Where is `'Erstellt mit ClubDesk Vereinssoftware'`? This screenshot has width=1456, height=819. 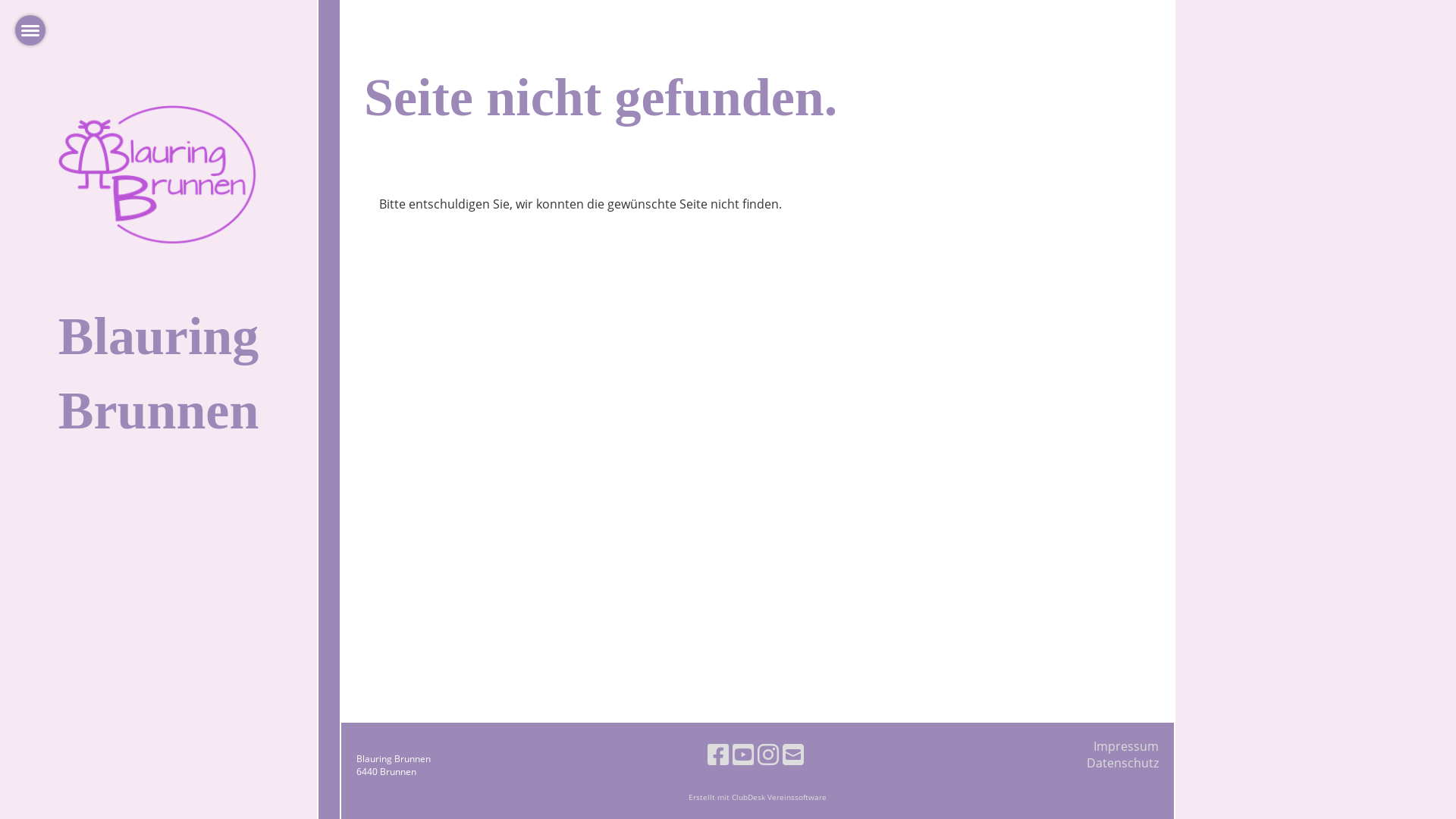 'Erstellt mit ClubDesk Vereinssoftware' is located at coordinates (757, 796).